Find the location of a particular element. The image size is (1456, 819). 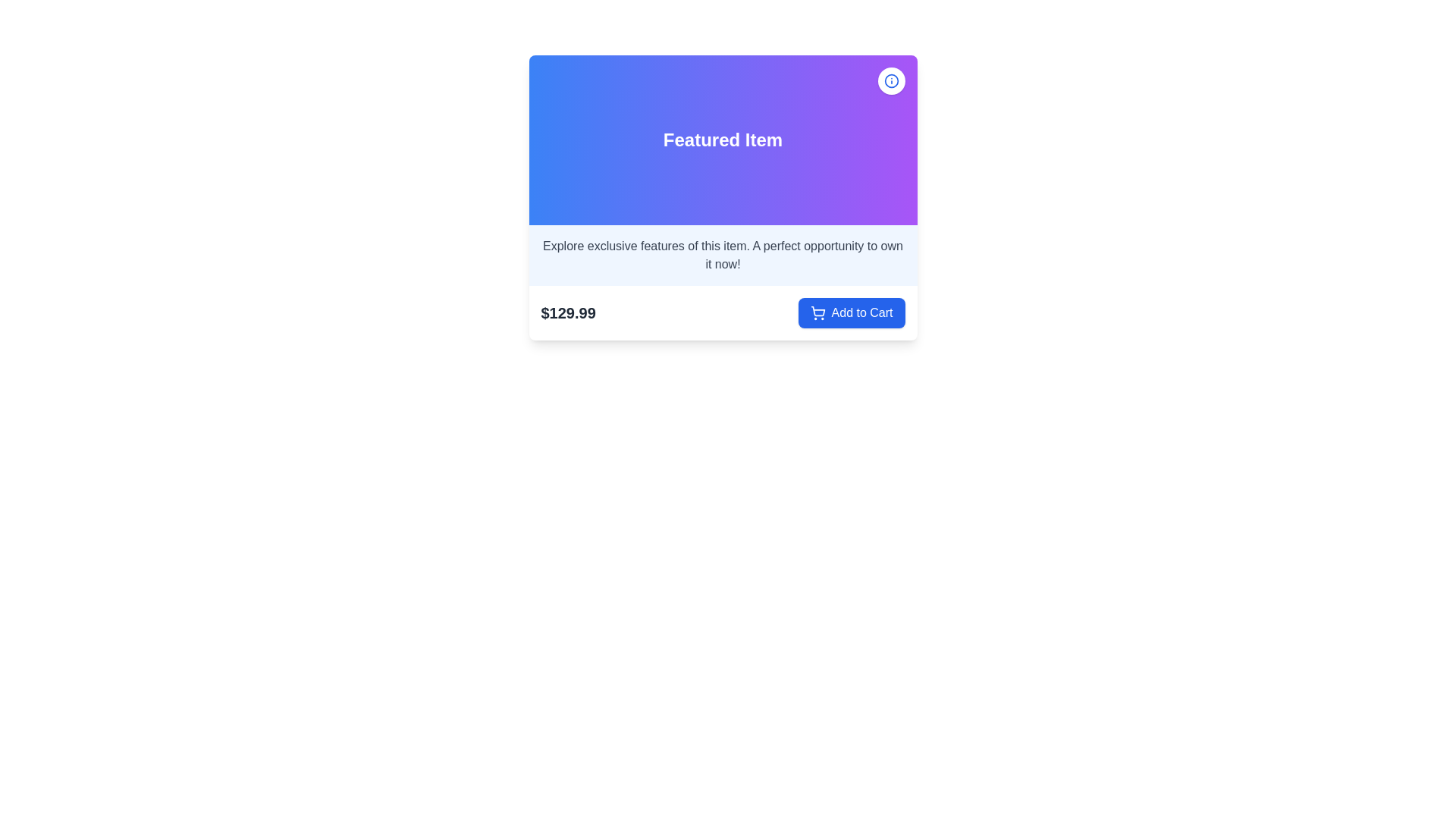

the small, circular button with a white background and blue border containing an 'info' icon located in the top-right corner of the 'Featured Item' card component is located at coordinates (891, 81).